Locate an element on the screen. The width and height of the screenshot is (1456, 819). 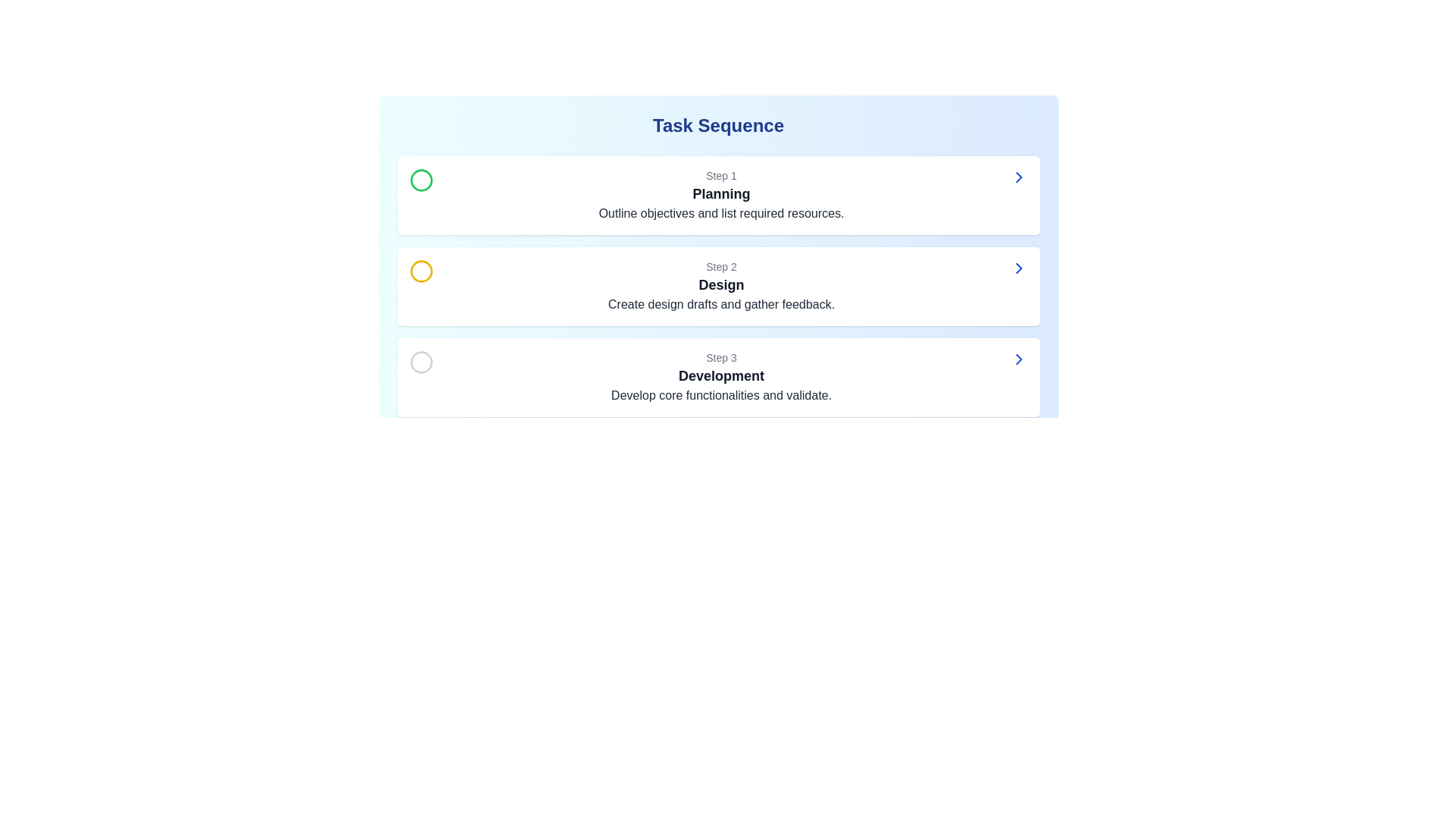
the text label indicating the step number in the third task card under the 'Development' heading is located at coordinates (720, 357).